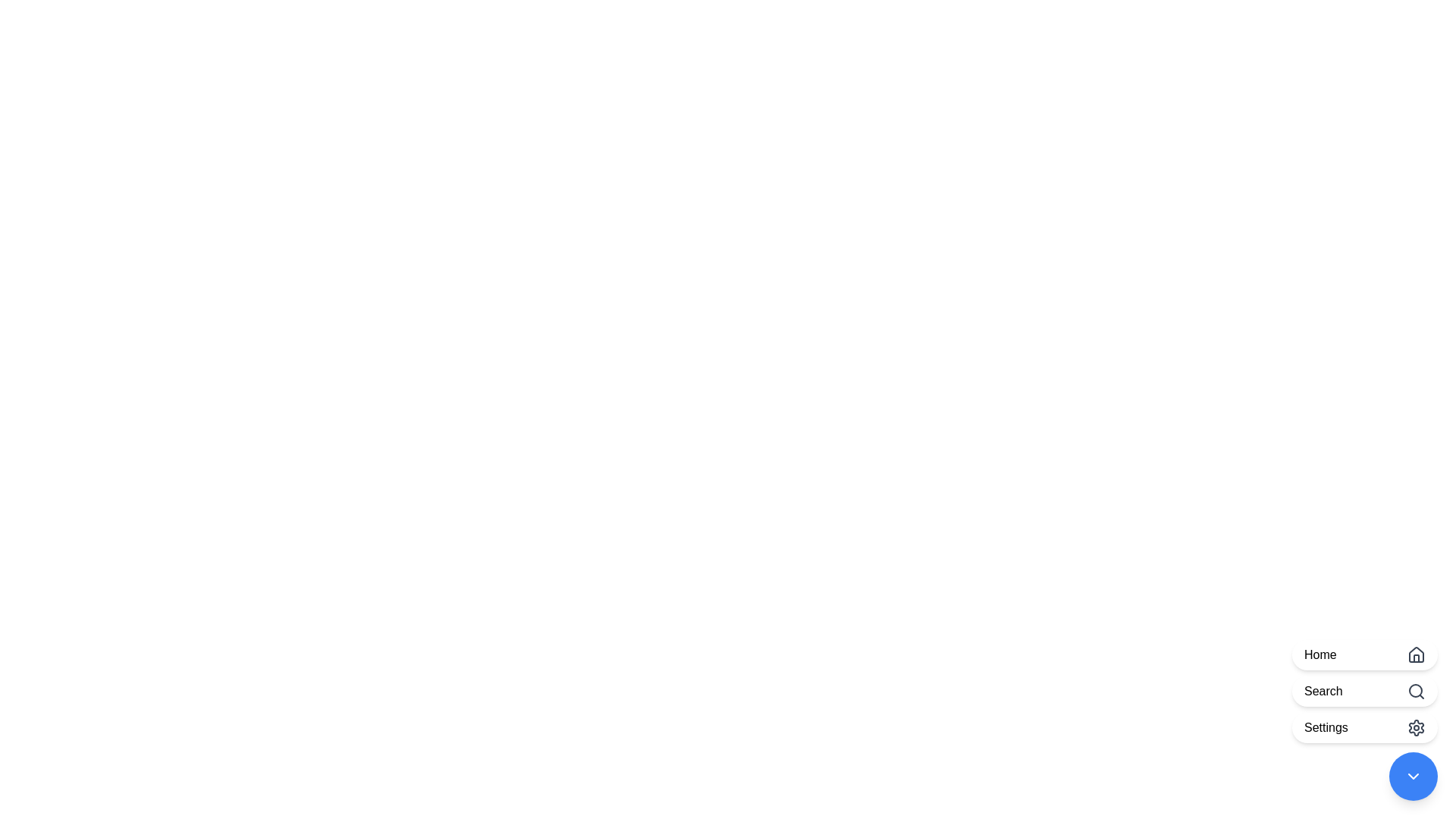 The width and height of the screenshot is (1456, 819). Describe the element at coordinates (1319, 654) in the screenshot. I see `the Text Label indicating the current navigation option, positioned to the left of the house icon in the bottom-right corner of the interface` at that location.